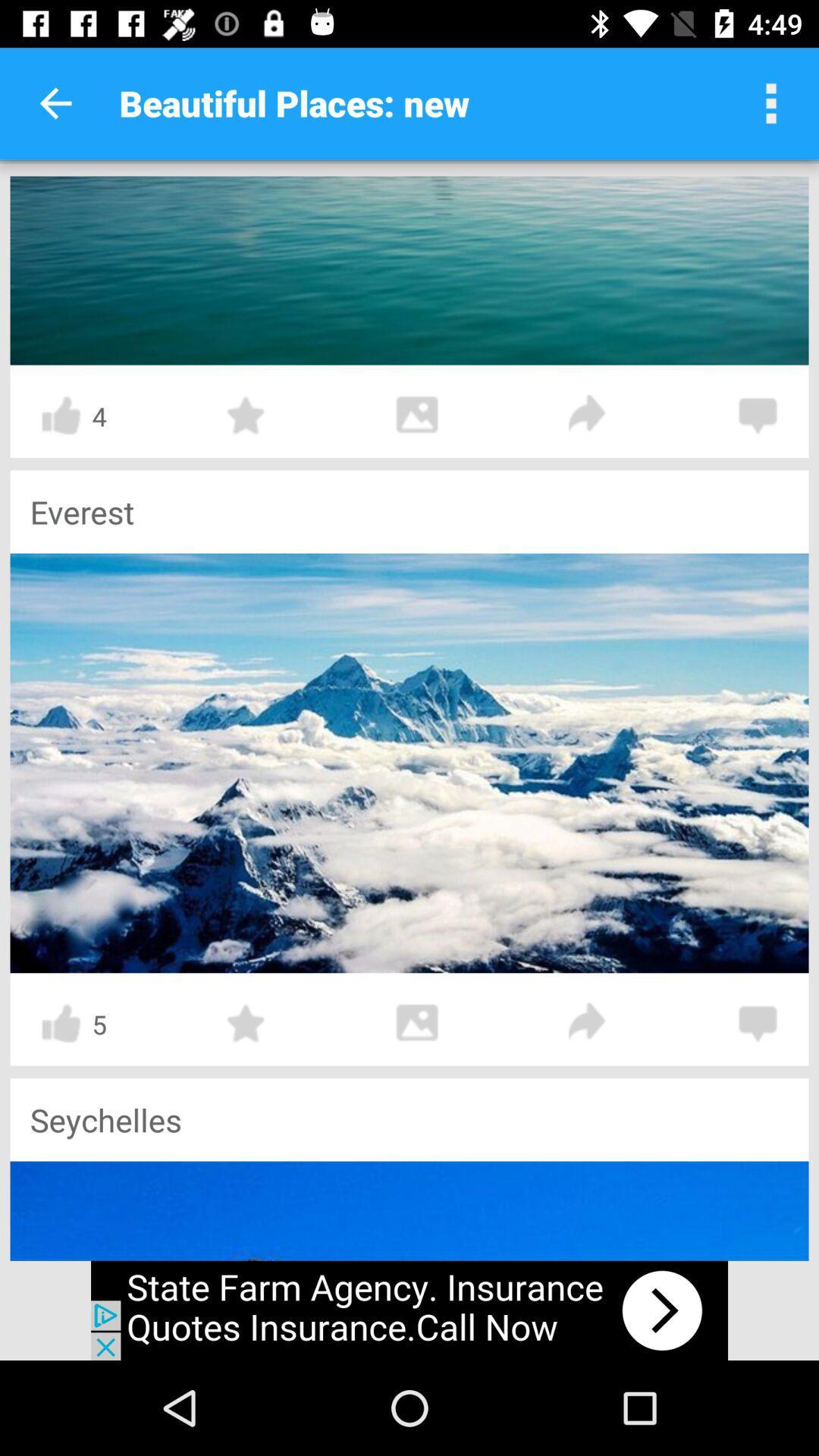 This screenshot has width=819, height=1456. What do you see at coordinates (246, 1023) in the screenshot?
I see `favorites` at bounding box center [246, 1023].